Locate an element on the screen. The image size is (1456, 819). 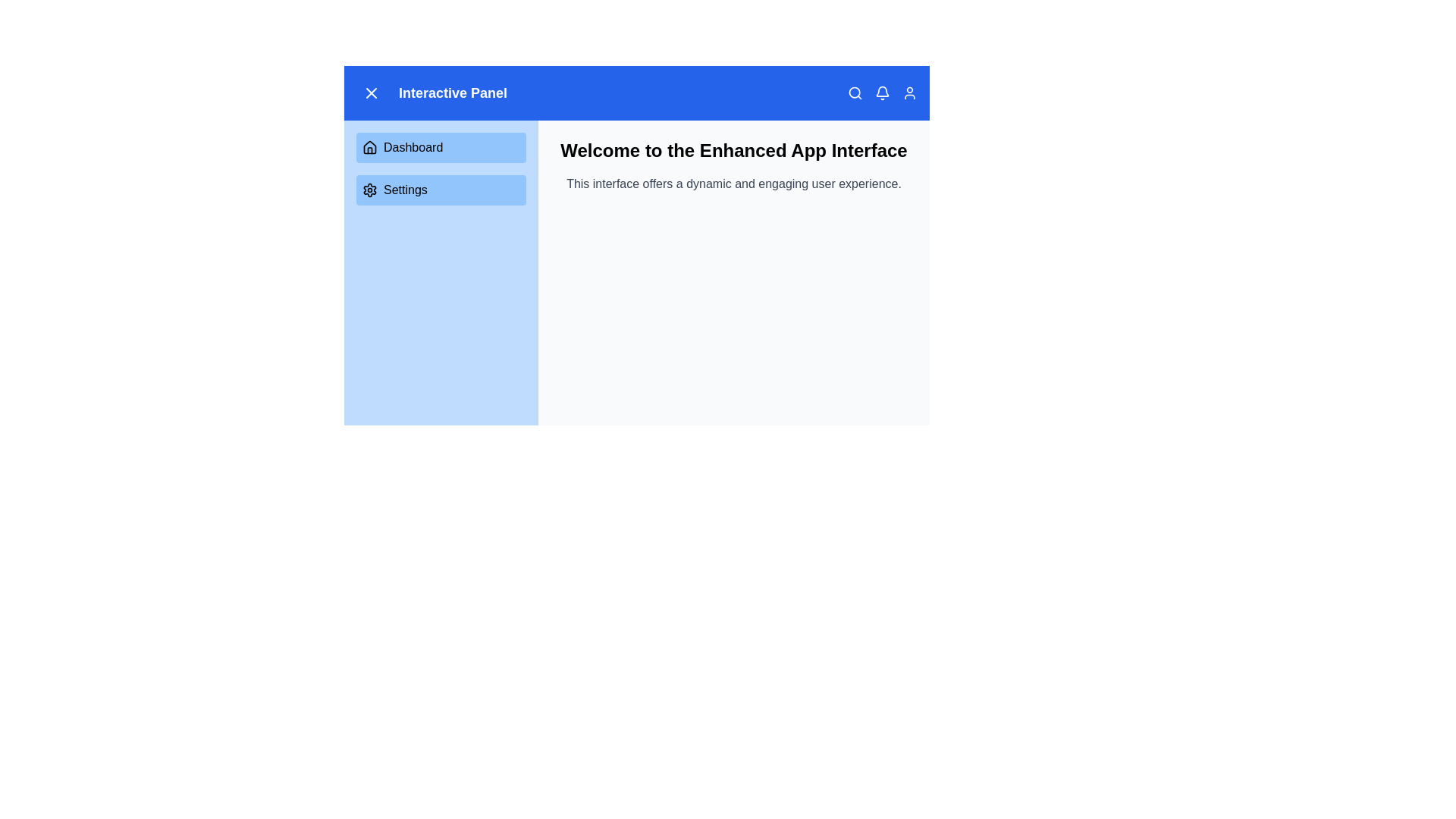
the notification bell icon, the second interactive icon in the top-right corner of the interface is located at coordinates (882, 93).